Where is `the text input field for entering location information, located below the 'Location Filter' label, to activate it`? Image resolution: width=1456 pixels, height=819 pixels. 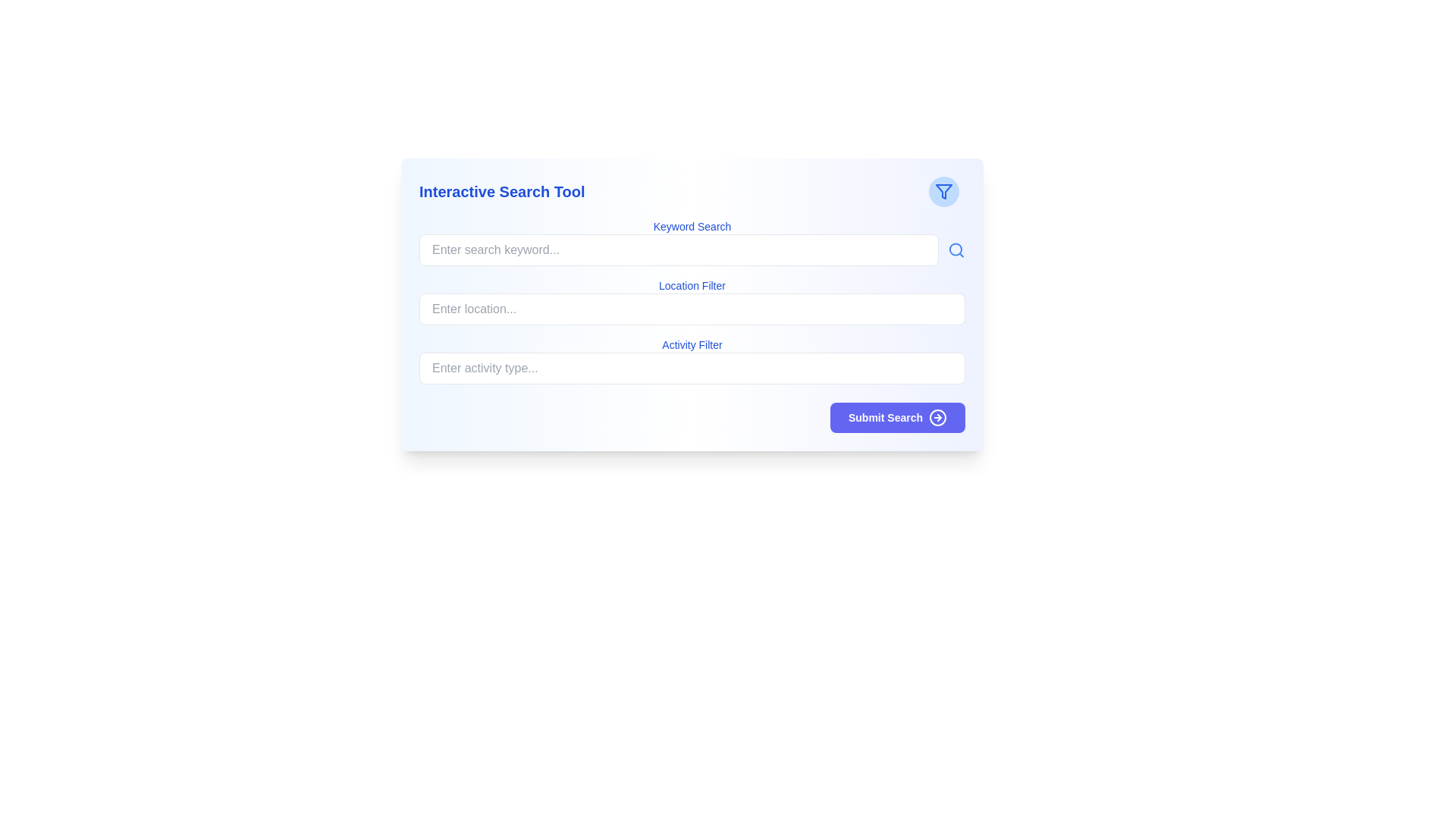 the text input field for entering location information, located below the 'Location Filter' label, to activate it is located at coordinates (691, 309).